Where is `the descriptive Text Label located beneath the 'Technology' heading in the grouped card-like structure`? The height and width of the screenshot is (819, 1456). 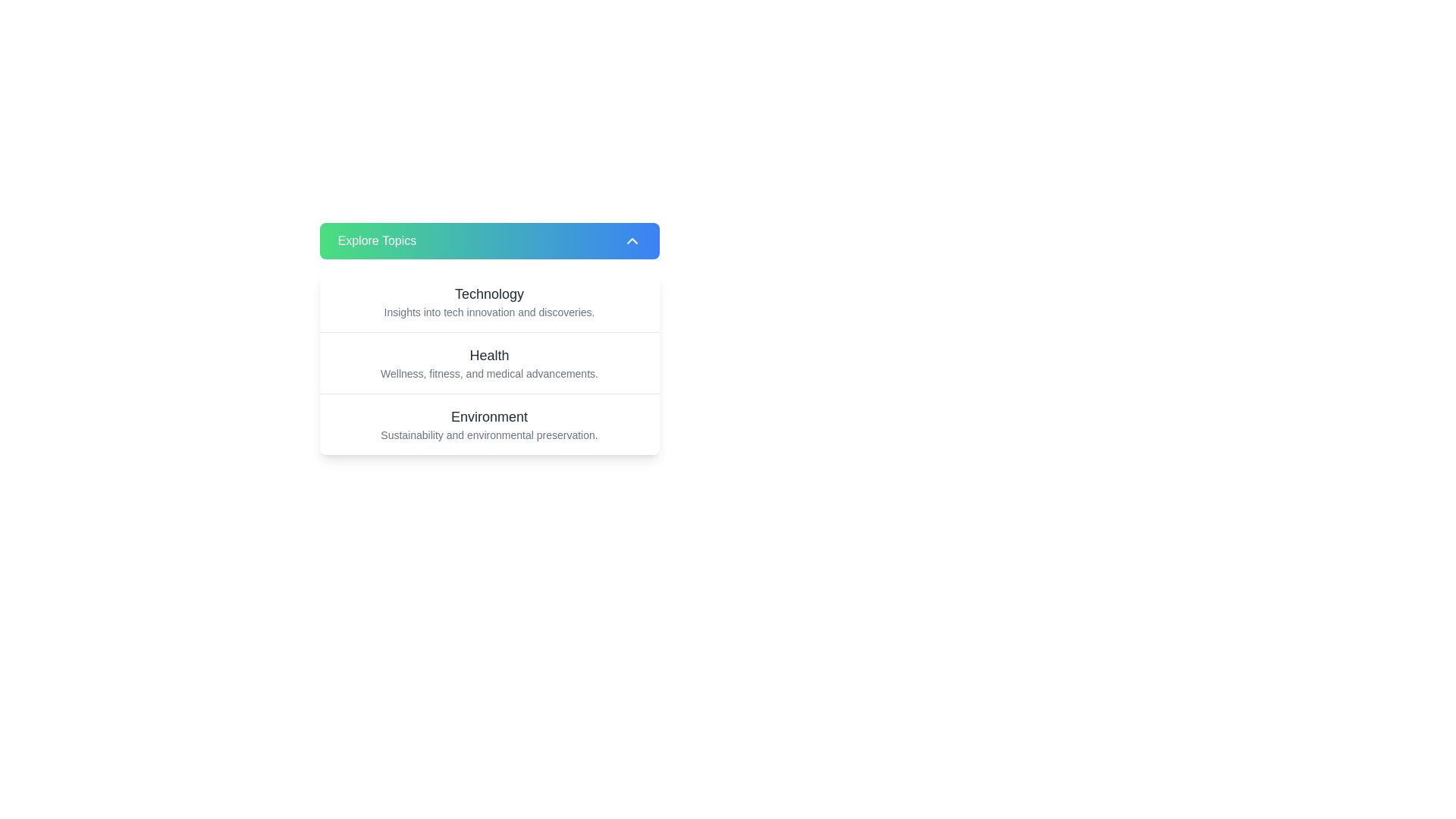 the descriptive Text Label located beneath the 'Technology' heading in the grouped card-like structure is located at coordinates (489, 312).